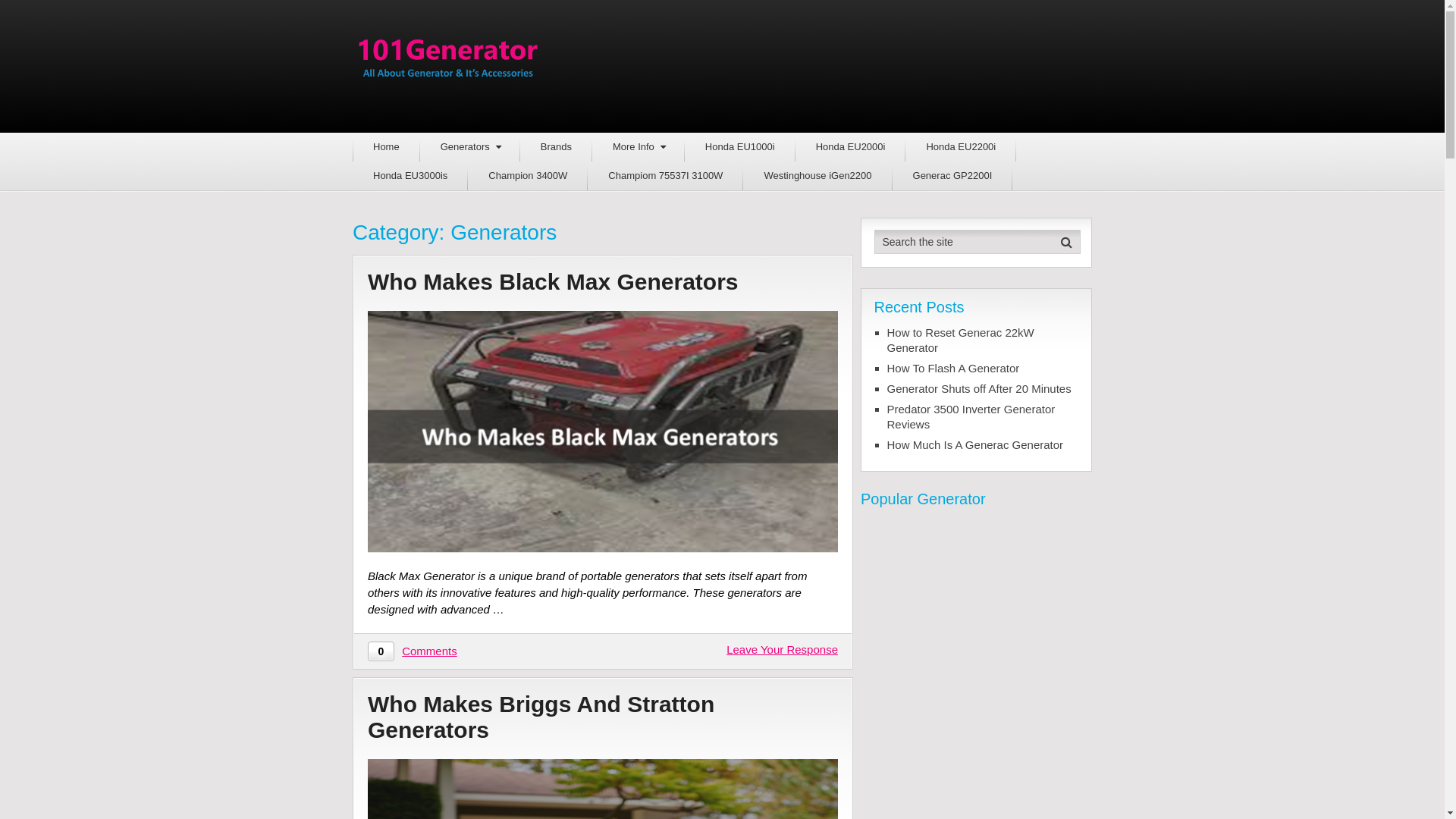  What do you see at coordinates (817, 174) in the screenshot?
I see `'Westinghouse iGen2200'` at bounding box center [817, 174].